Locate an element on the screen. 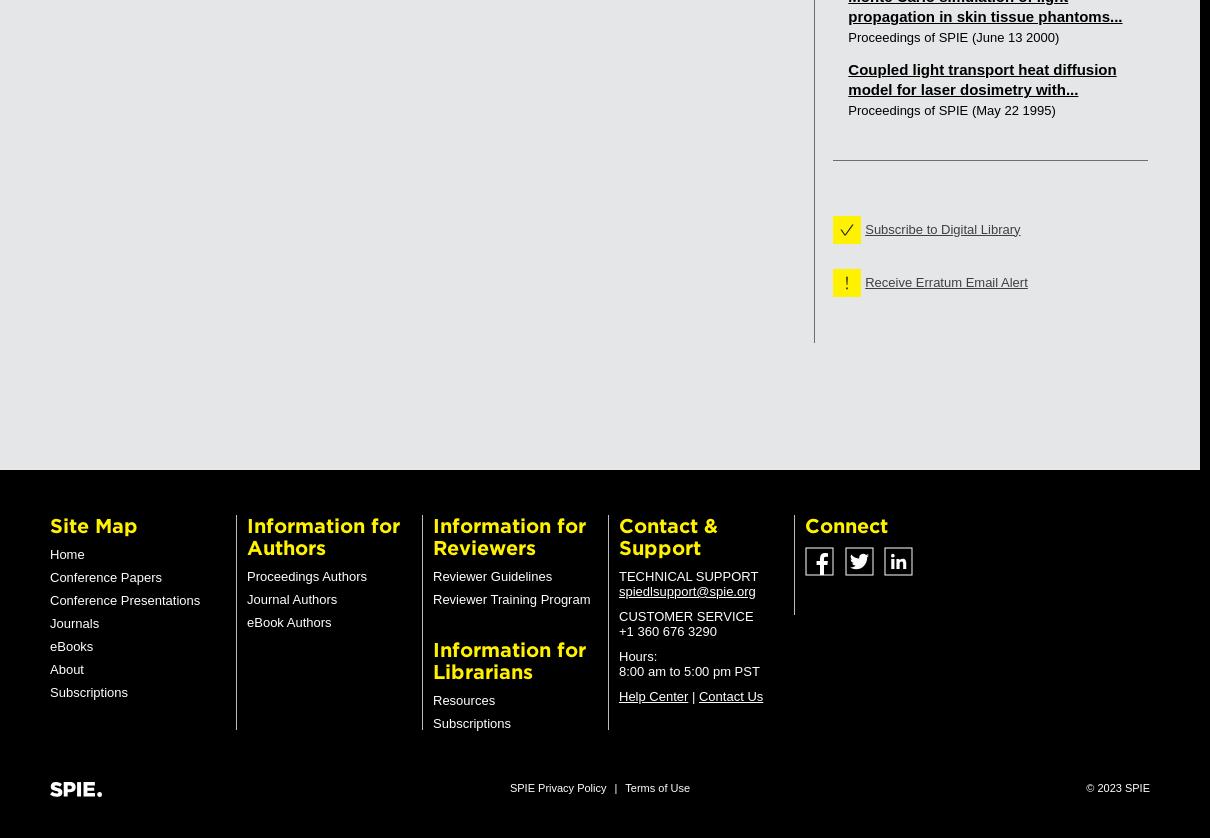 Image resolution: width=1210 pixels, height=838 pixels. 'Journal Authors' is located at coordinates (290, 599).